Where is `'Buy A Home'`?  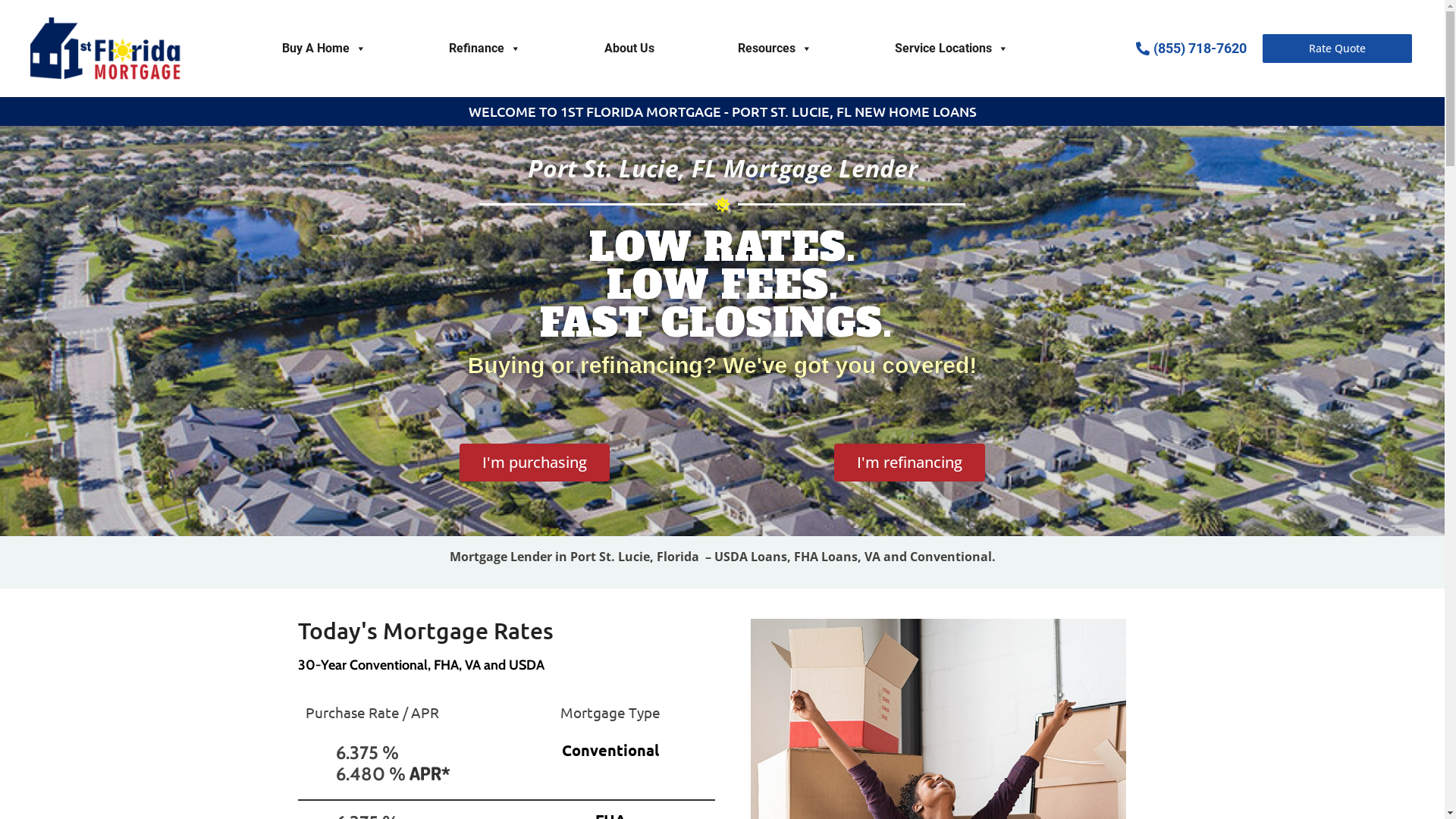 'Buy A Home' is located at coordinates (323, 48).